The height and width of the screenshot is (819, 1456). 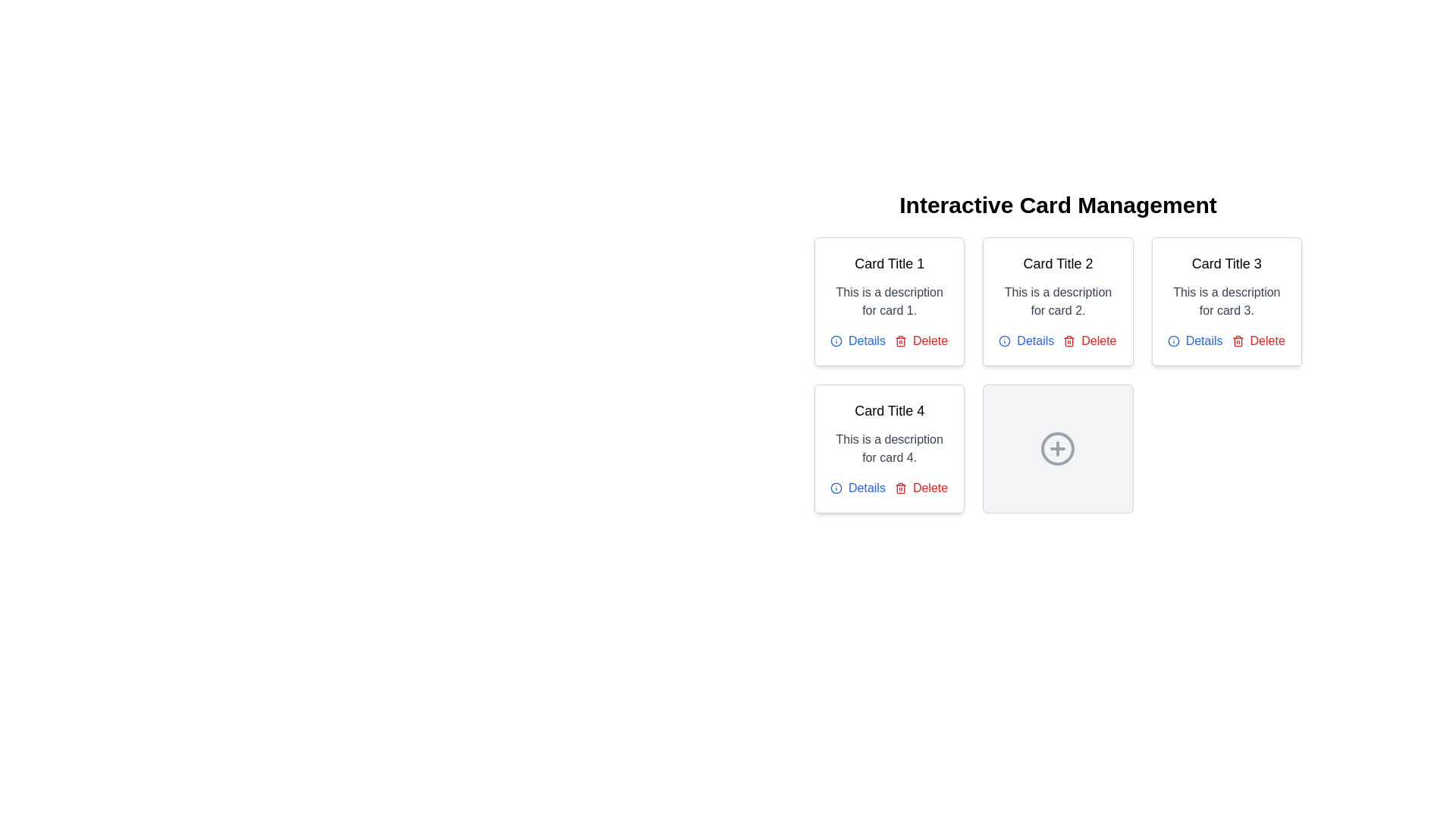 What do you see at coordinates (836, 341) in the screenshot?
I see `the Circle icon component located below the first card in the second row of the grid layout, which serves as an informative icon` at bounding box center [836, 341].